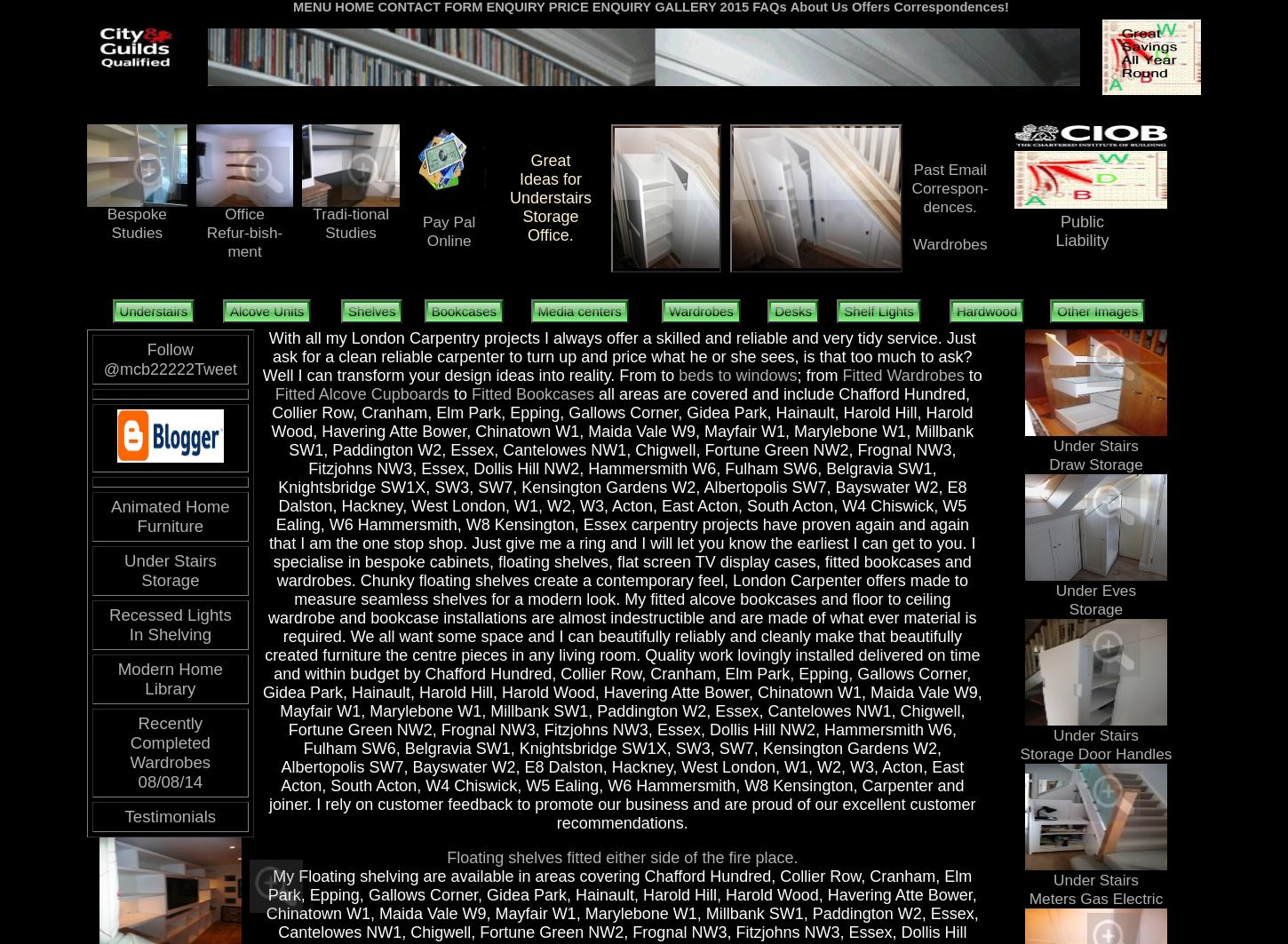 The image size is (1288, 944). What do you see at coordinates (193, 368) in the screenshot?
I see `'Tweet'` at bounding box center [193, 368].